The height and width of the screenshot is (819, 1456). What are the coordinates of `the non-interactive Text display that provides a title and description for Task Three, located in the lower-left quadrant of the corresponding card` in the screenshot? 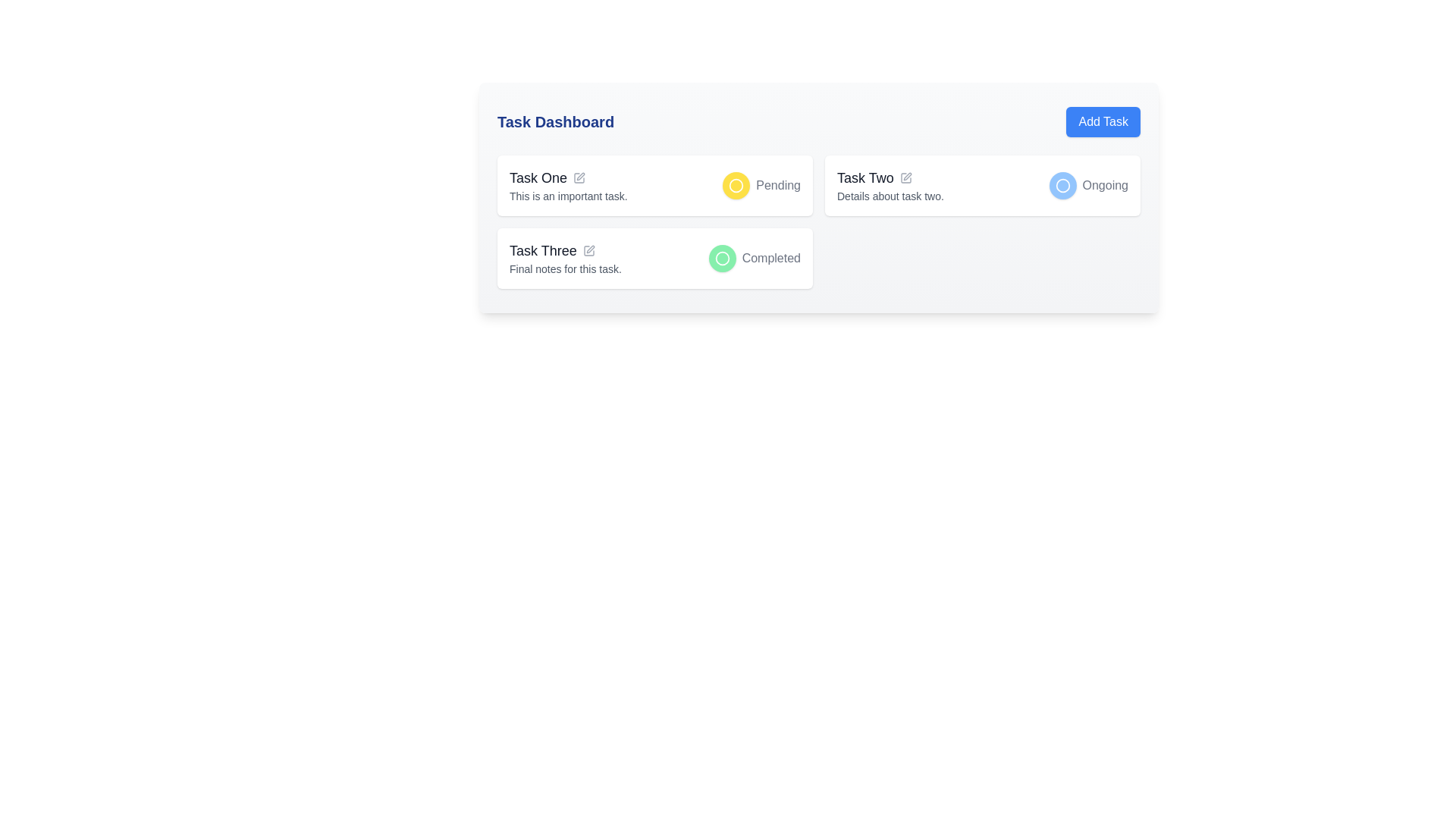 It's located at (564, 257).